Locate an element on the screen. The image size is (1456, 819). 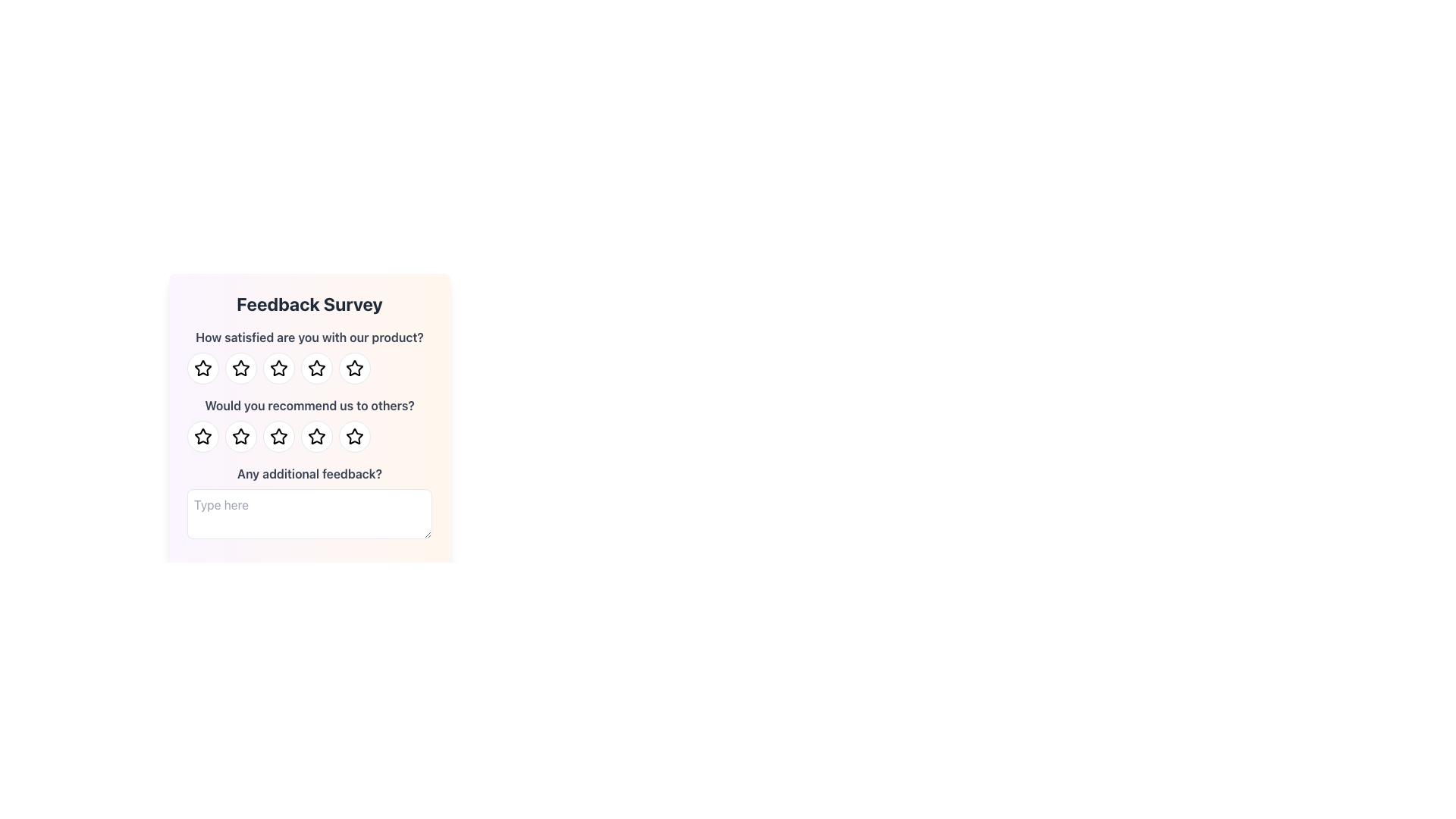
the text label displaying 'How satisfied are you with our product?' is located at coordinates (309, 336).